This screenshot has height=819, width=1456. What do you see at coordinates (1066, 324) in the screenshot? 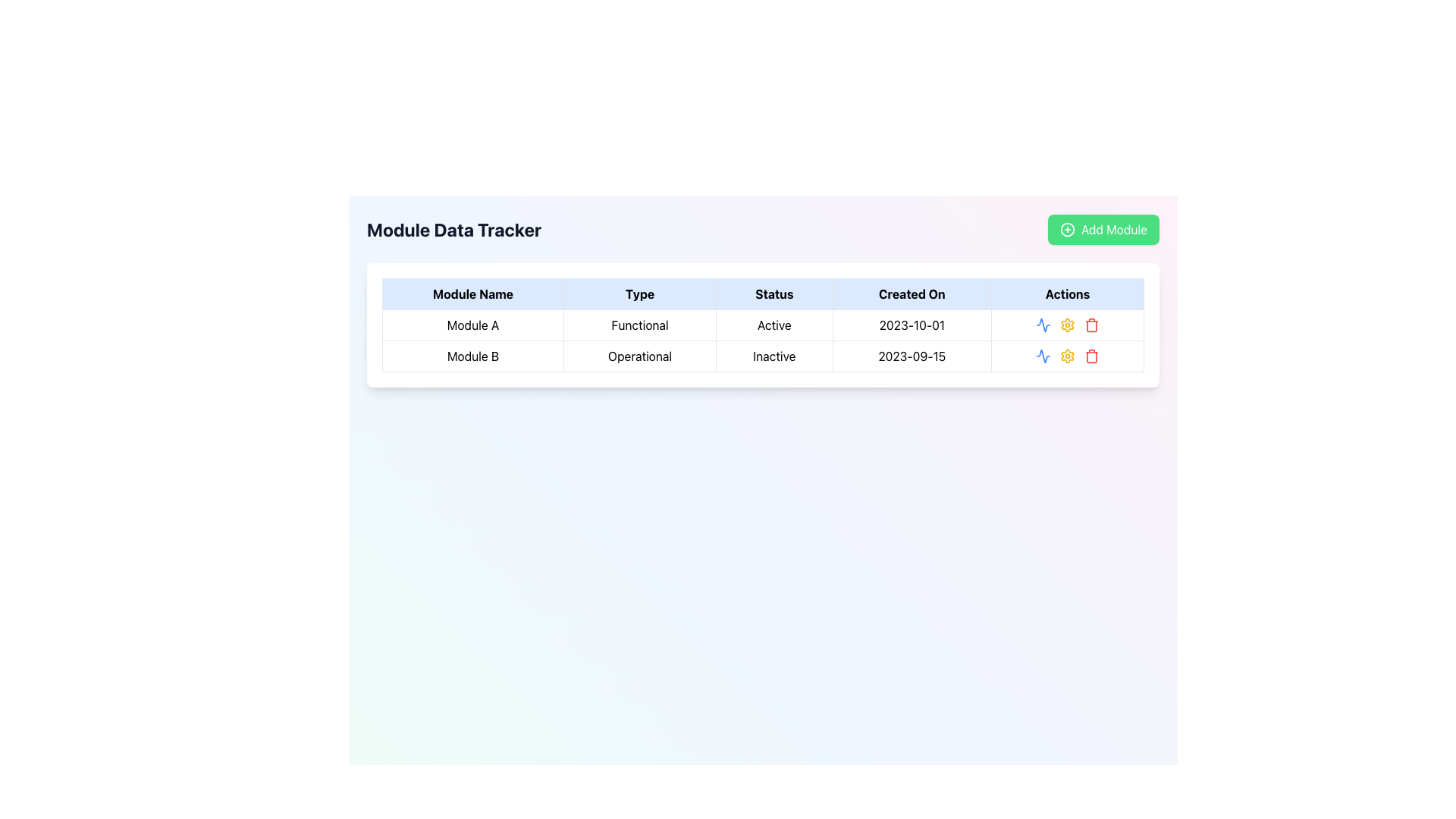
I see `the yellow gear wheel icon in the 'Actions' column of the second row of the 'Module Data Tracker' table` at bounding box center [1066, 324].